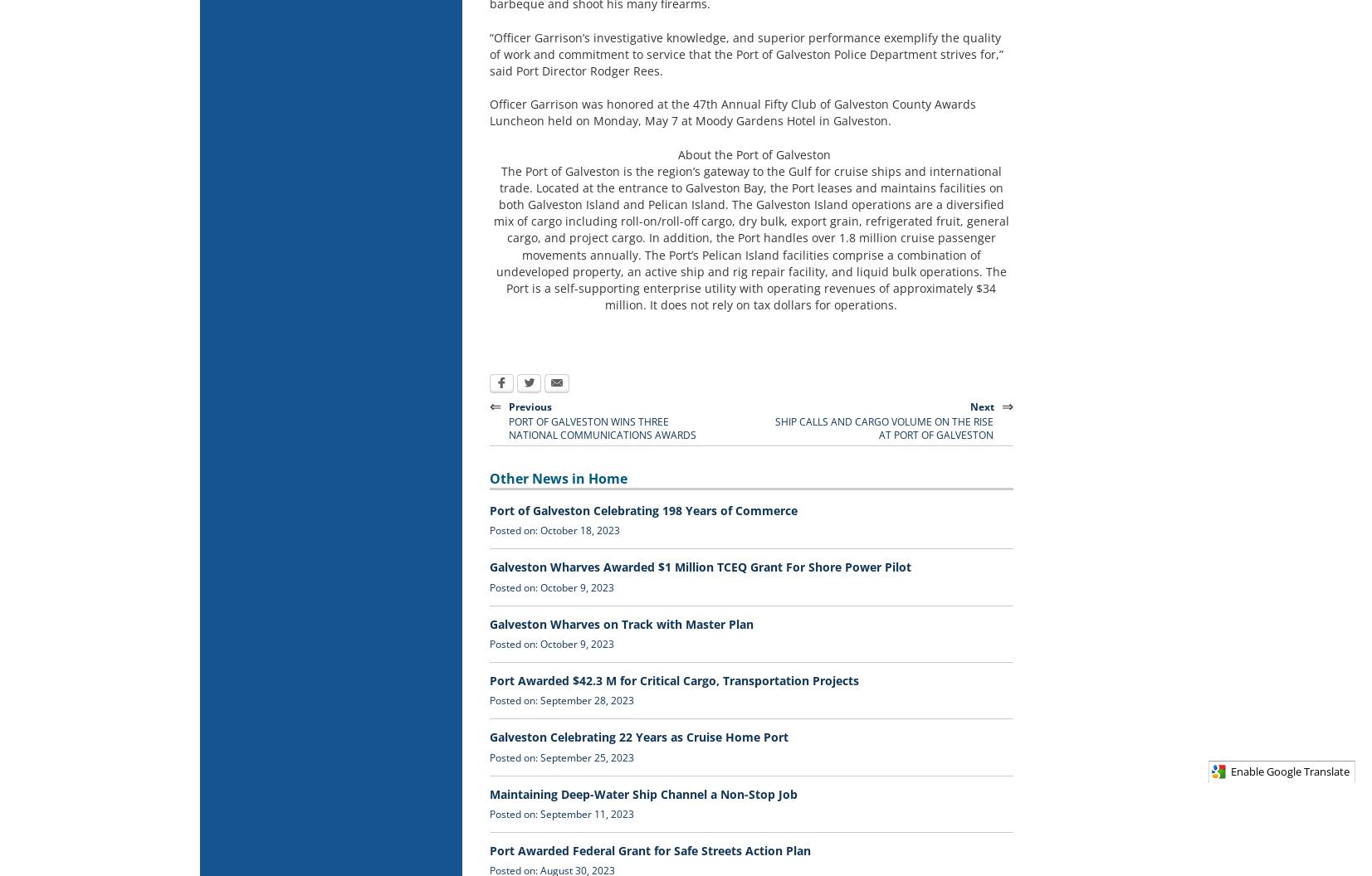 Image resolution: width=1372 pixels, height=876 pixels. I want to click on 'Previous', so click(529, 405).